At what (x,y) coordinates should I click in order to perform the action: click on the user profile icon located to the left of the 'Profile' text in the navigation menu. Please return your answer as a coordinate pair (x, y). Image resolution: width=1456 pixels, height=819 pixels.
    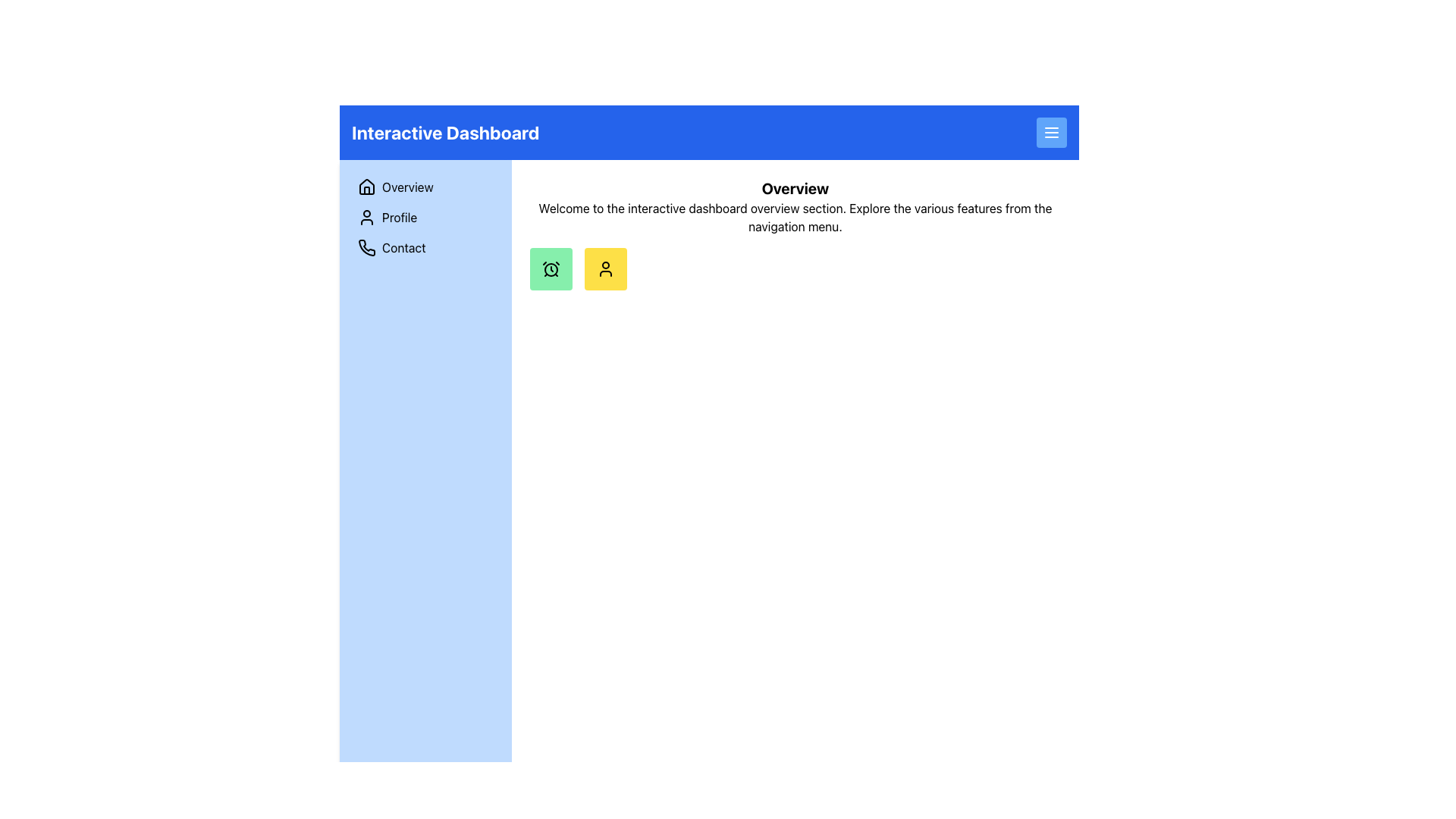
    Looking at the image, I should click on (367, 217).